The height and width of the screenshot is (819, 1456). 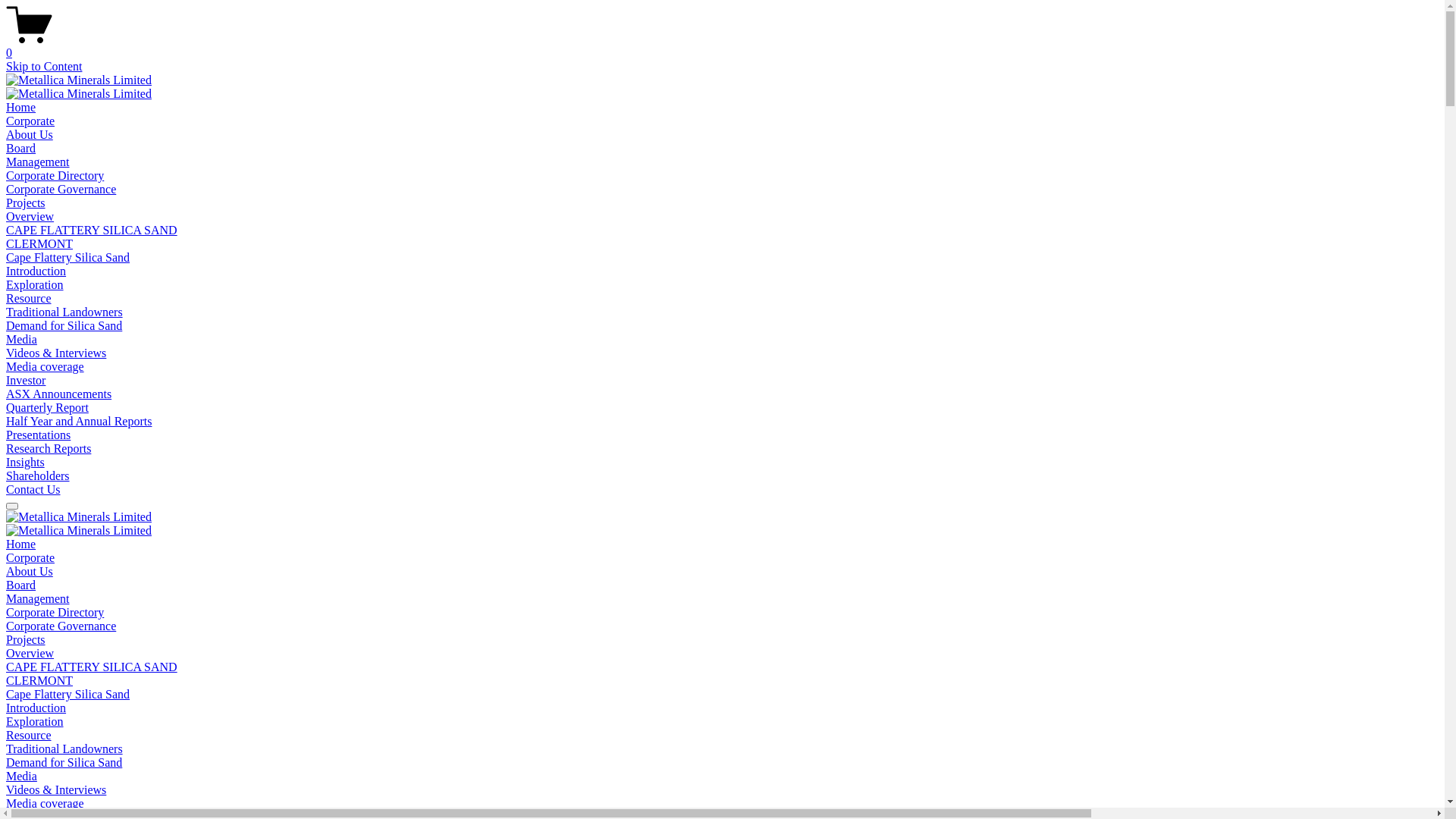 What do you see at coordinates (55, 353) in the screenshot?
I see `'Videos & Interviews'` at bounding box center [55, 353].